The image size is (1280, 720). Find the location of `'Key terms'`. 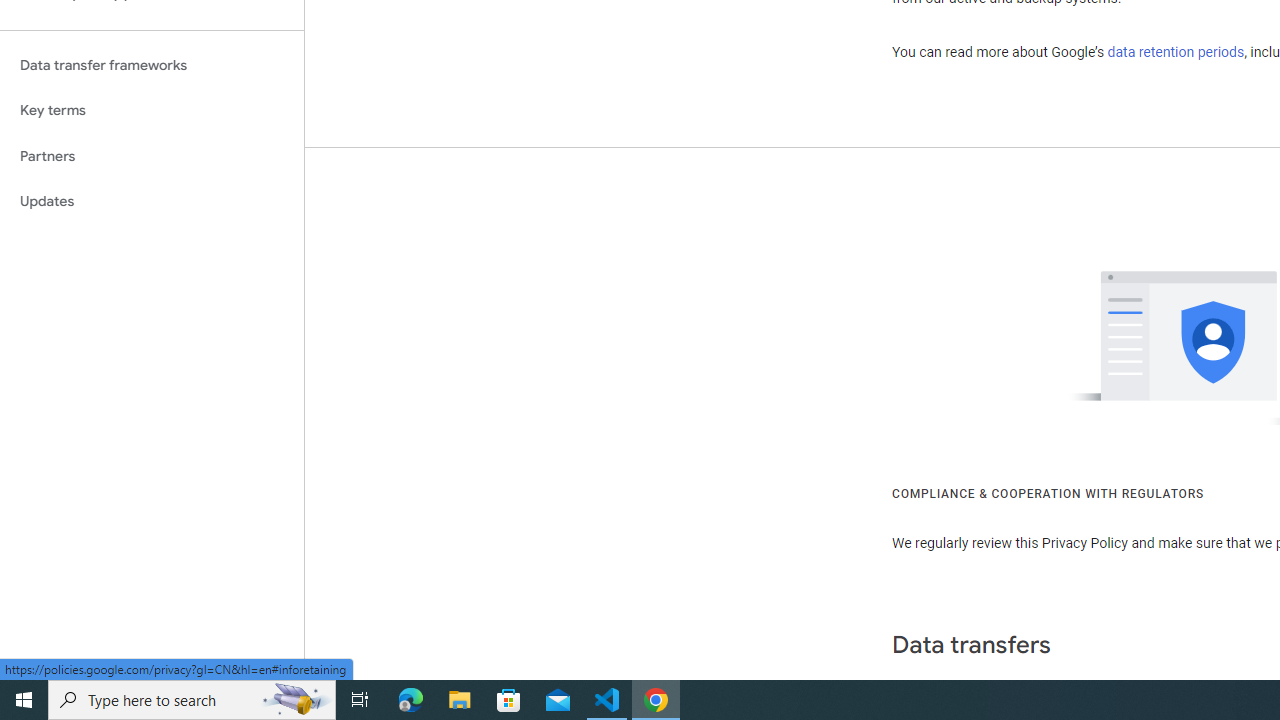

'Key terms' is located at coordinates (151, 110).